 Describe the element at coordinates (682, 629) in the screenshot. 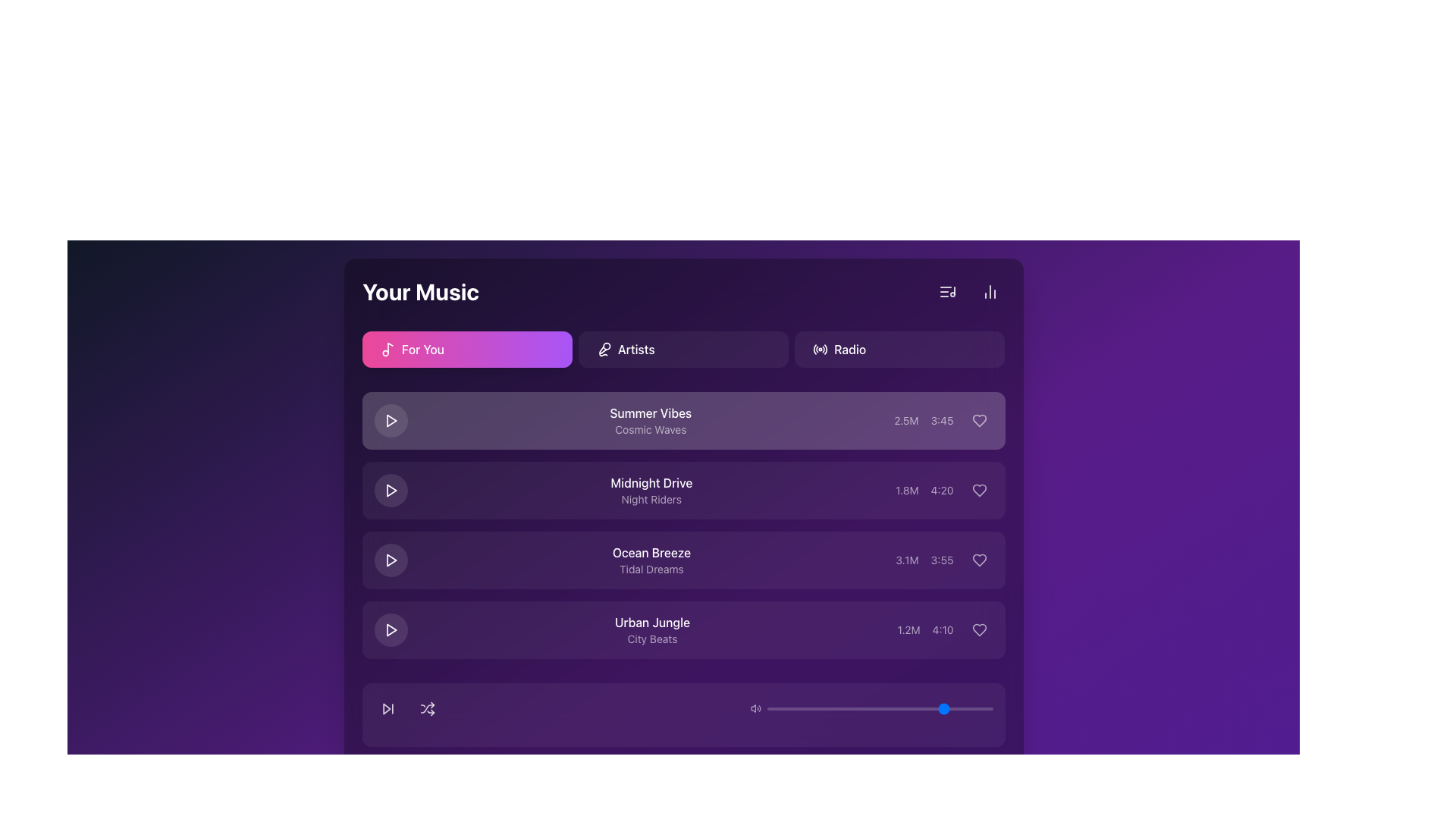

I see `the fourth music track list item` at that location.